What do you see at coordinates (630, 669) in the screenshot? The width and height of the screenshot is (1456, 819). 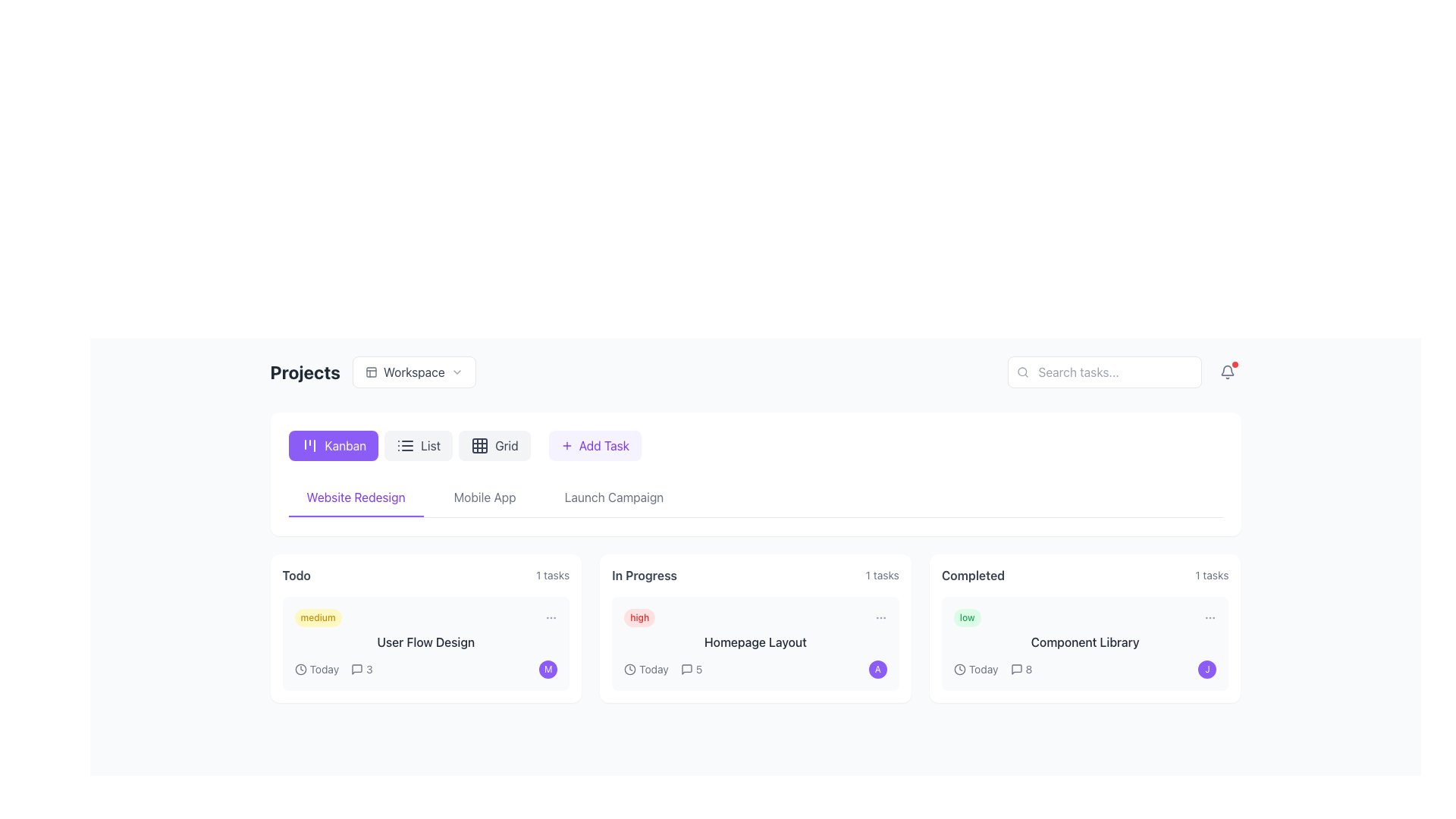 I see `the Decorative SVG circle element, which is a minimalist clock face decoration located in the 'In Progress' card section, at the bottom-left of the card` at bounding box center [630, 669].